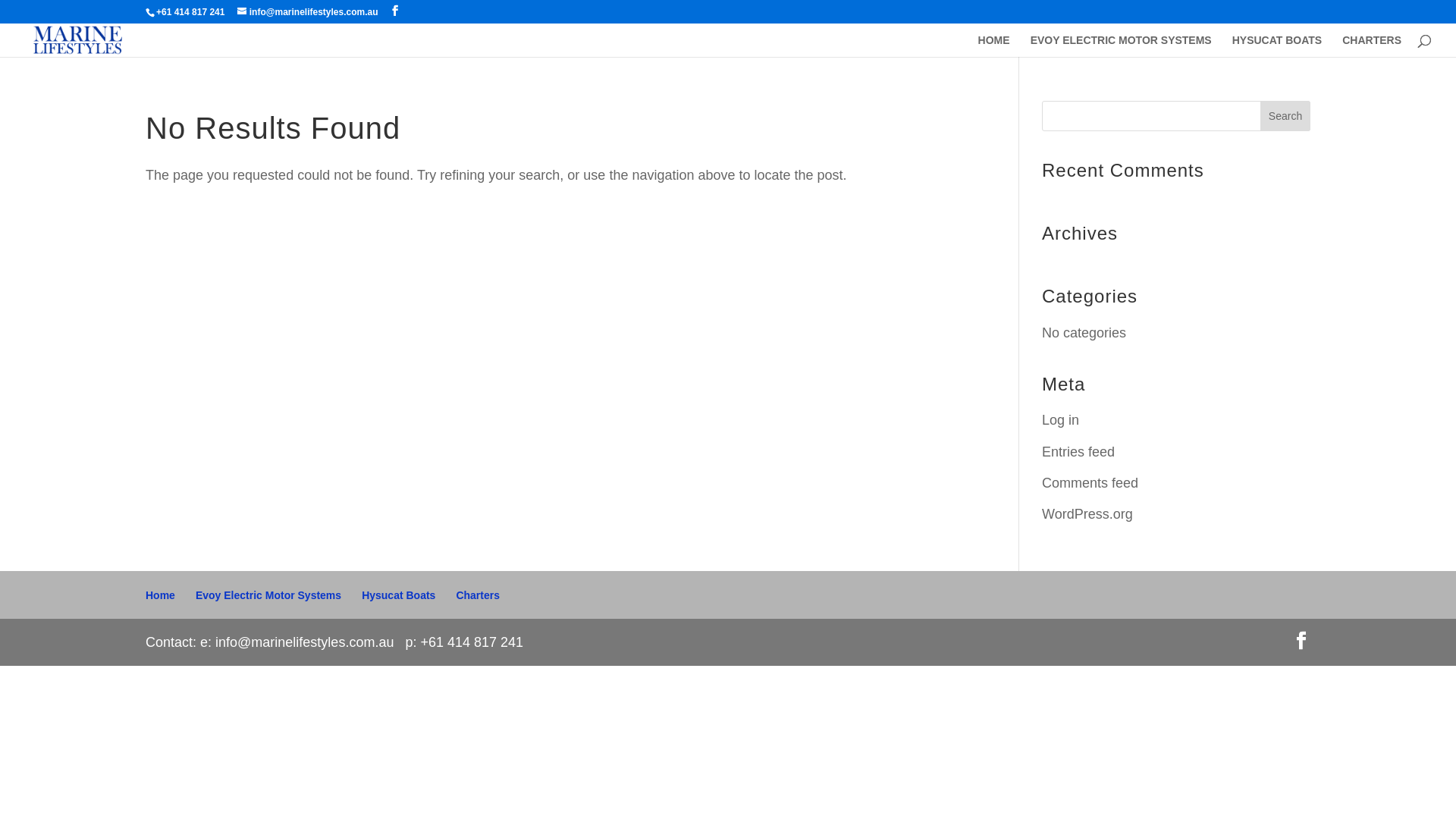 Image resolution: width=1456 pixels, height=819 pixels. Describe the element at coordinates (476, 595) in the screenshot. I see `'Charters'` at that location.